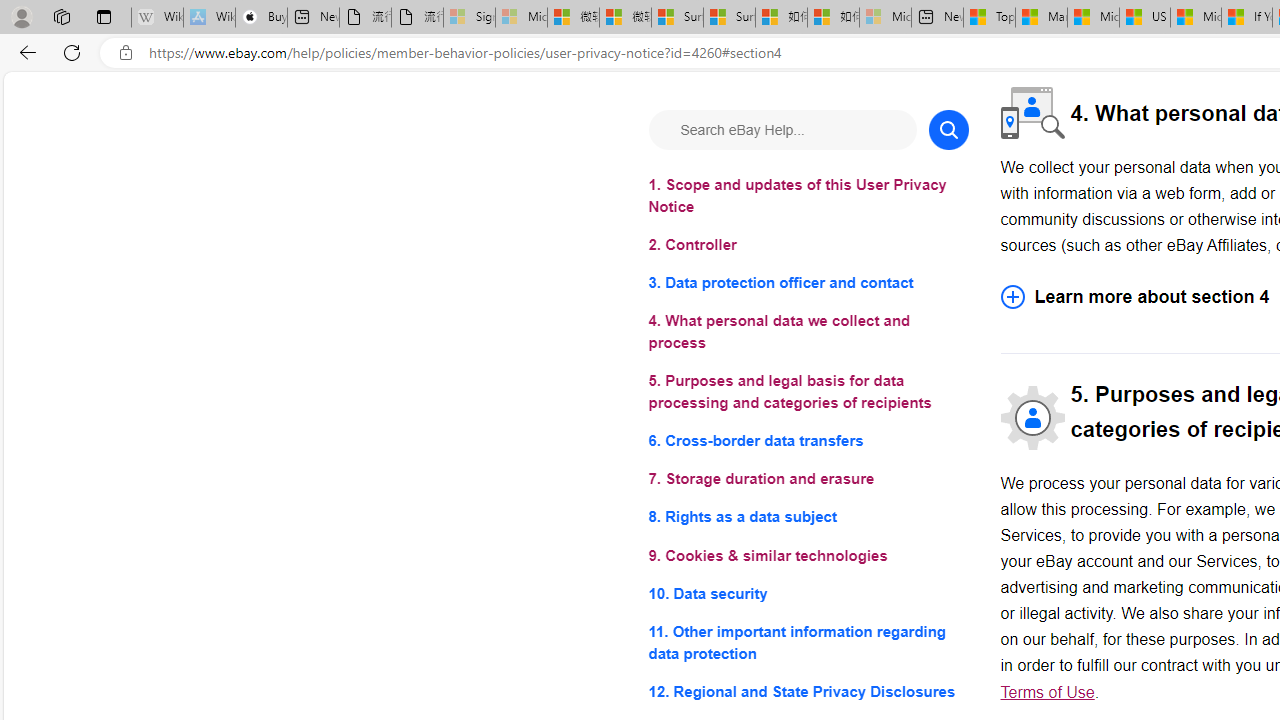 Image resolution: width=1280 pixels, height=720 pixels. Describe the element at coordinates (808, 440) in the screenshot. I see `'6. Cross-border data transfers'` at that location.